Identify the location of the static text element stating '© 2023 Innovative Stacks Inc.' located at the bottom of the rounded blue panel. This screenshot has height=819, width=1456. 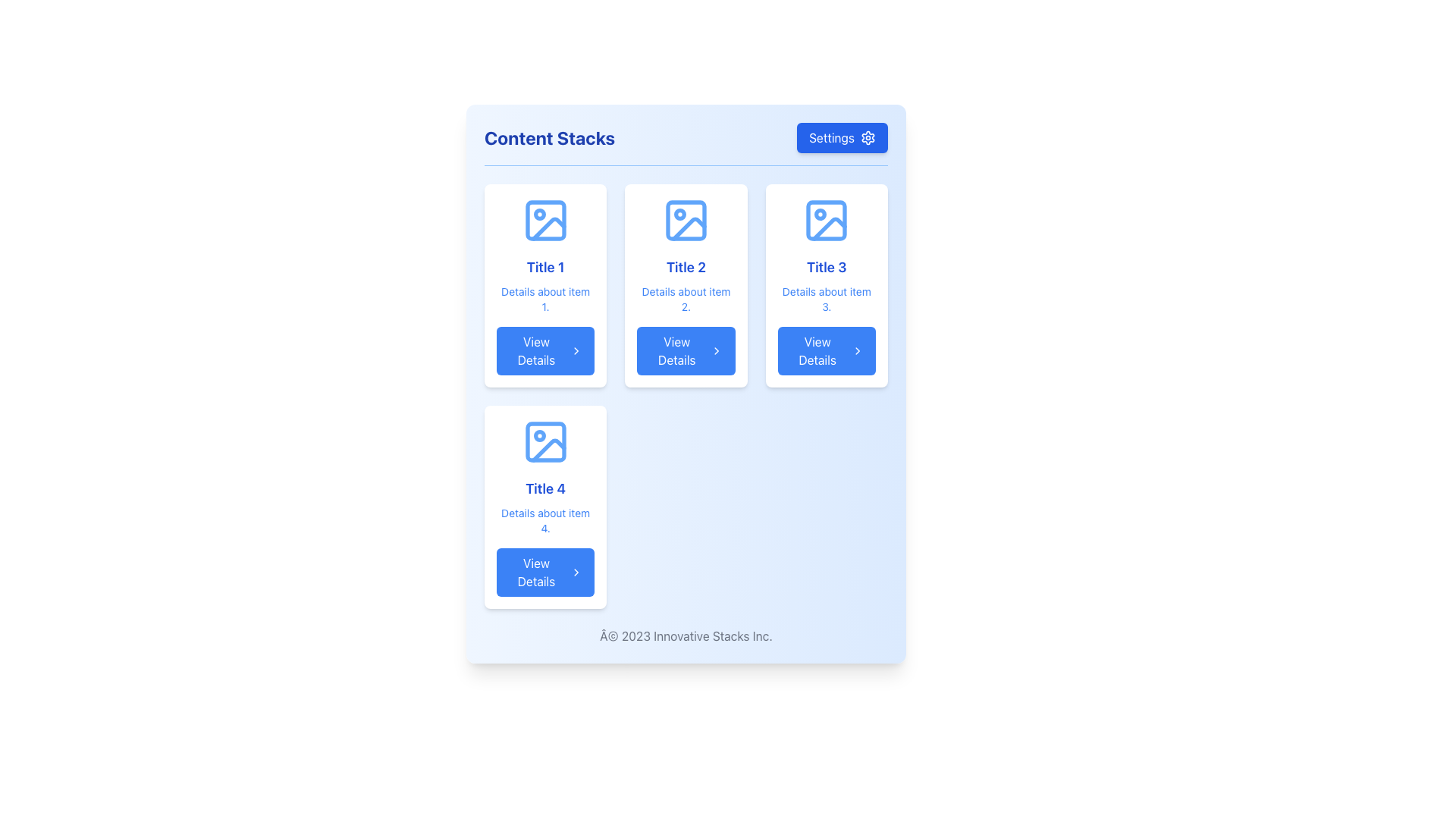
(686, 636).